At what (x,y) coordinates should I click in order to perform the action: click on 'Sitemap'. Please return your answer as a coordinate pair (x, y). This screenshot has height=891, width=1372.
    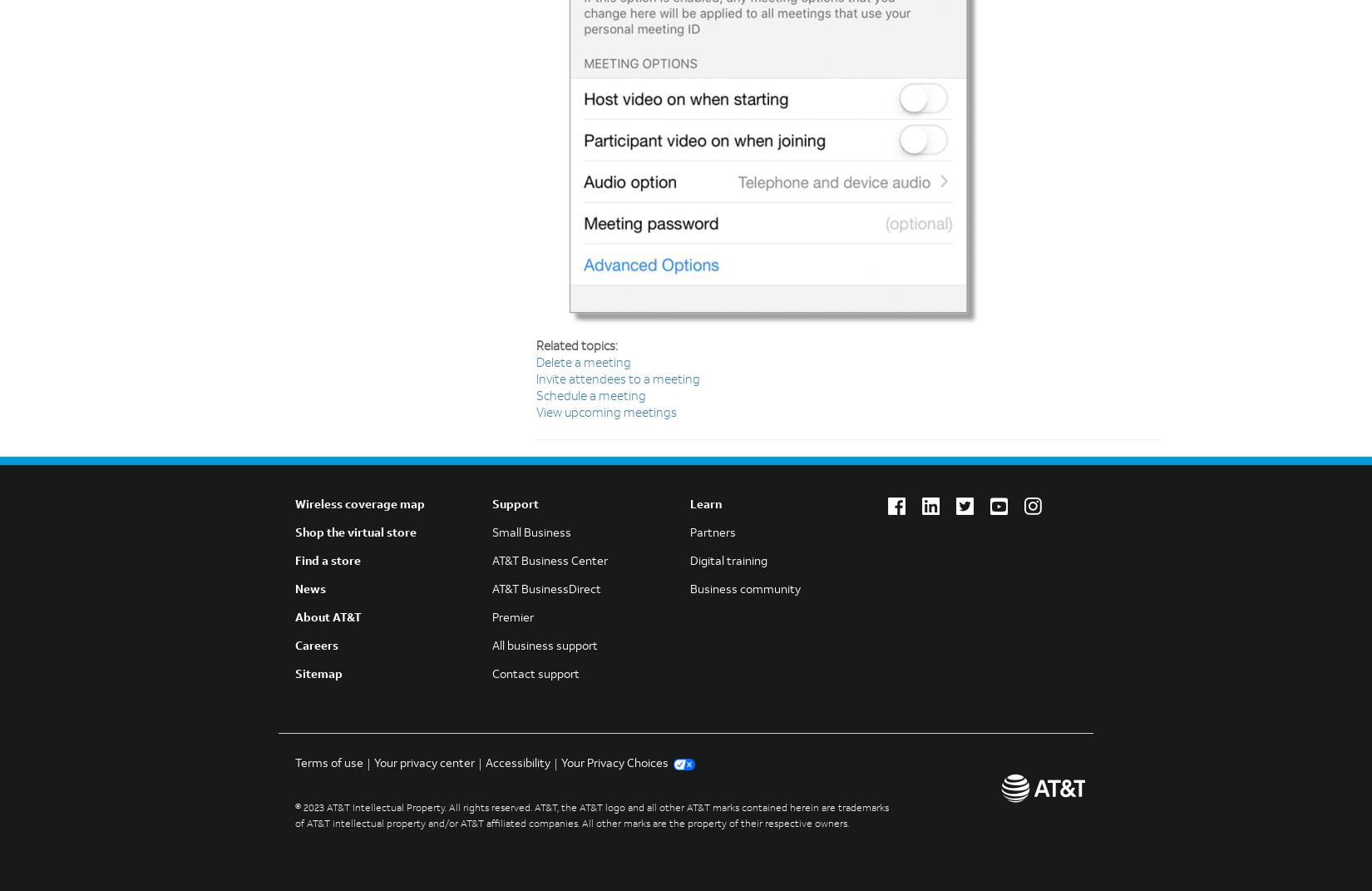
    Looking at the image, I should click on (318, 674).